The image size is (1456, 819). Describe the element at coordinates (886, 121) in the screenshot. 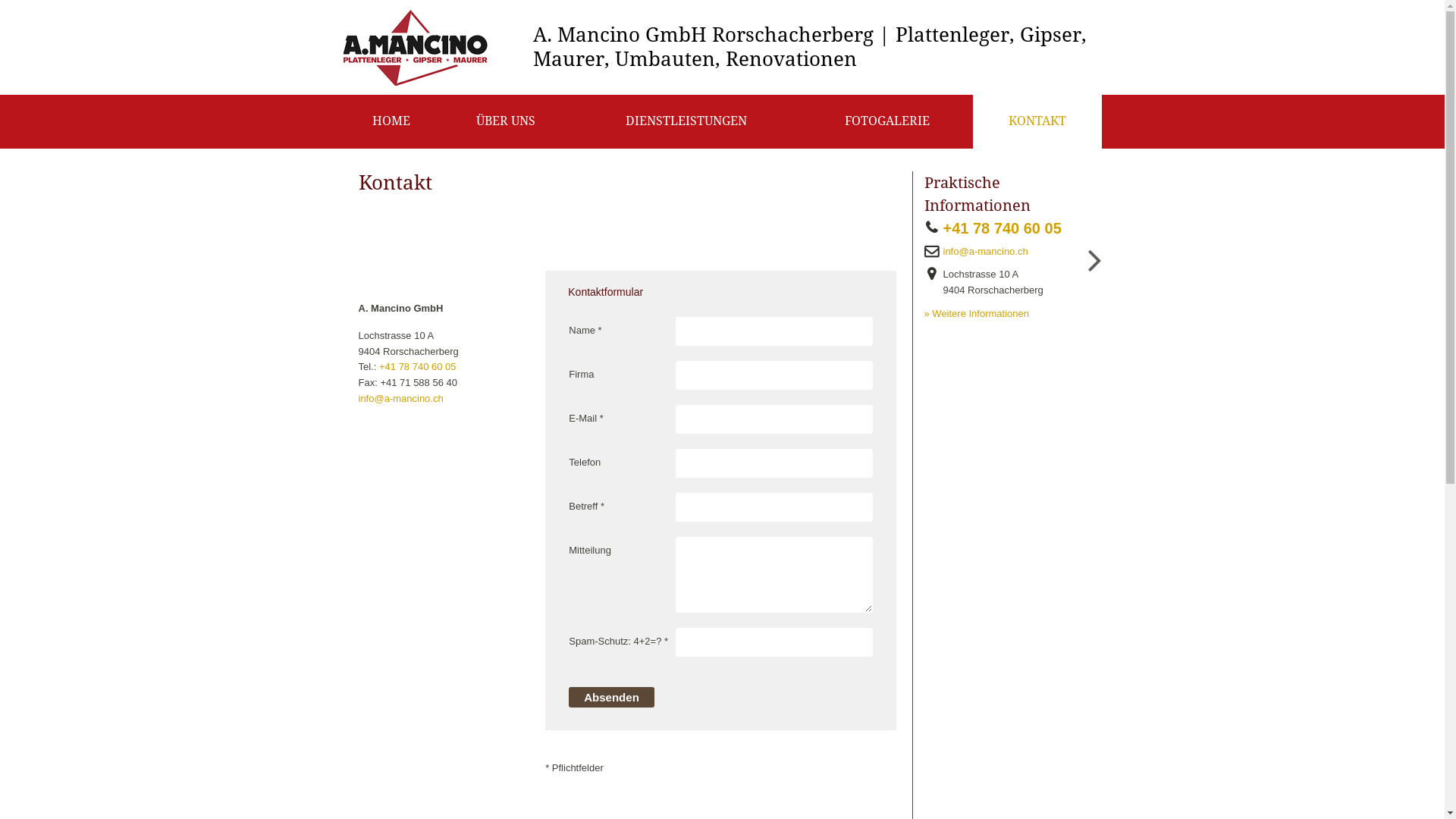

I see `'FOTOGALERIE'` at that location.